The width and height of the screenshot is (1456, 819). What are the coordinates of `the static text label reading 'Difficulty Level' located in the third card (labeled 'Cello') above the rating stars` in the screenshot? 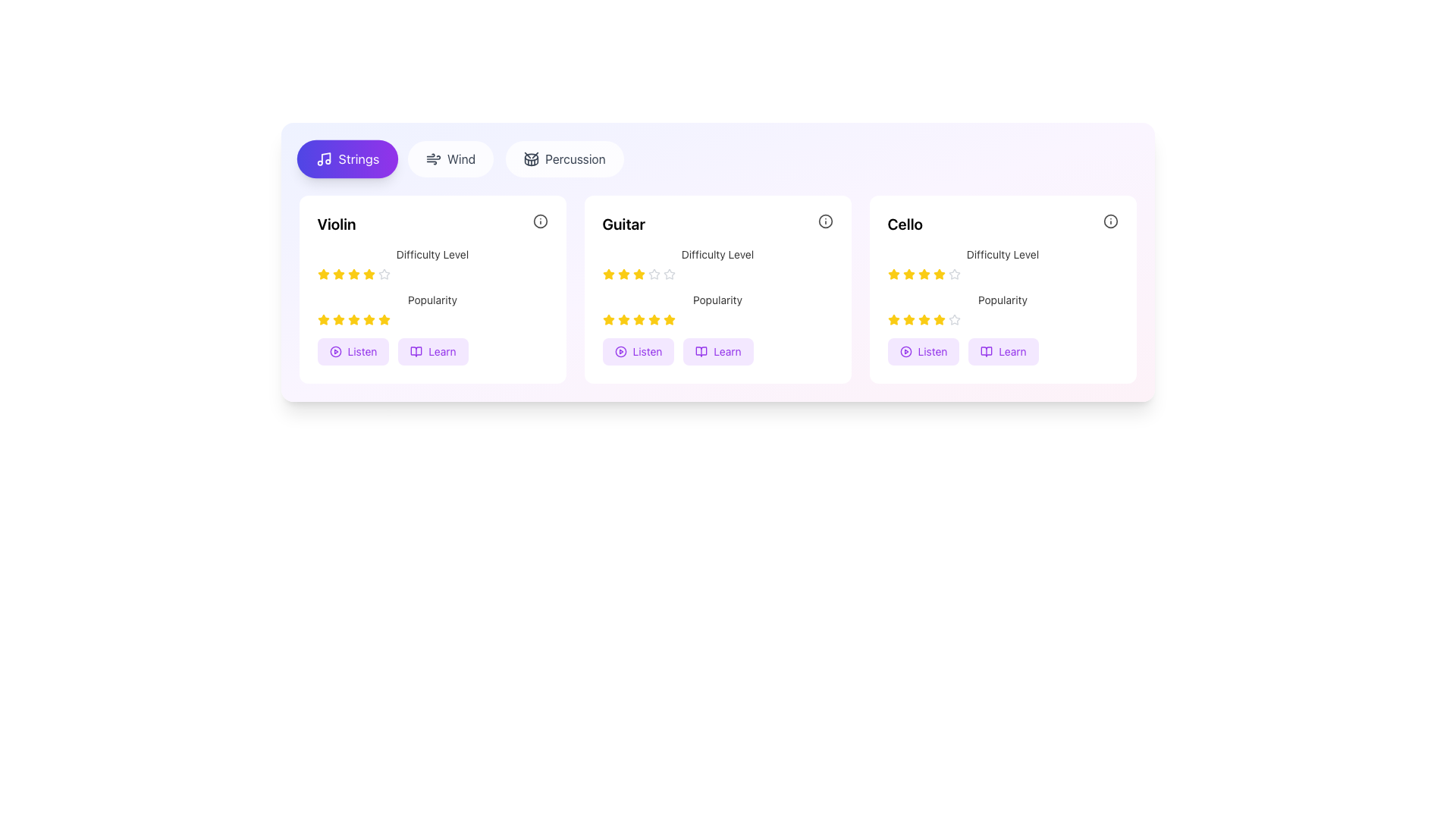 It's located at (1003, 253).